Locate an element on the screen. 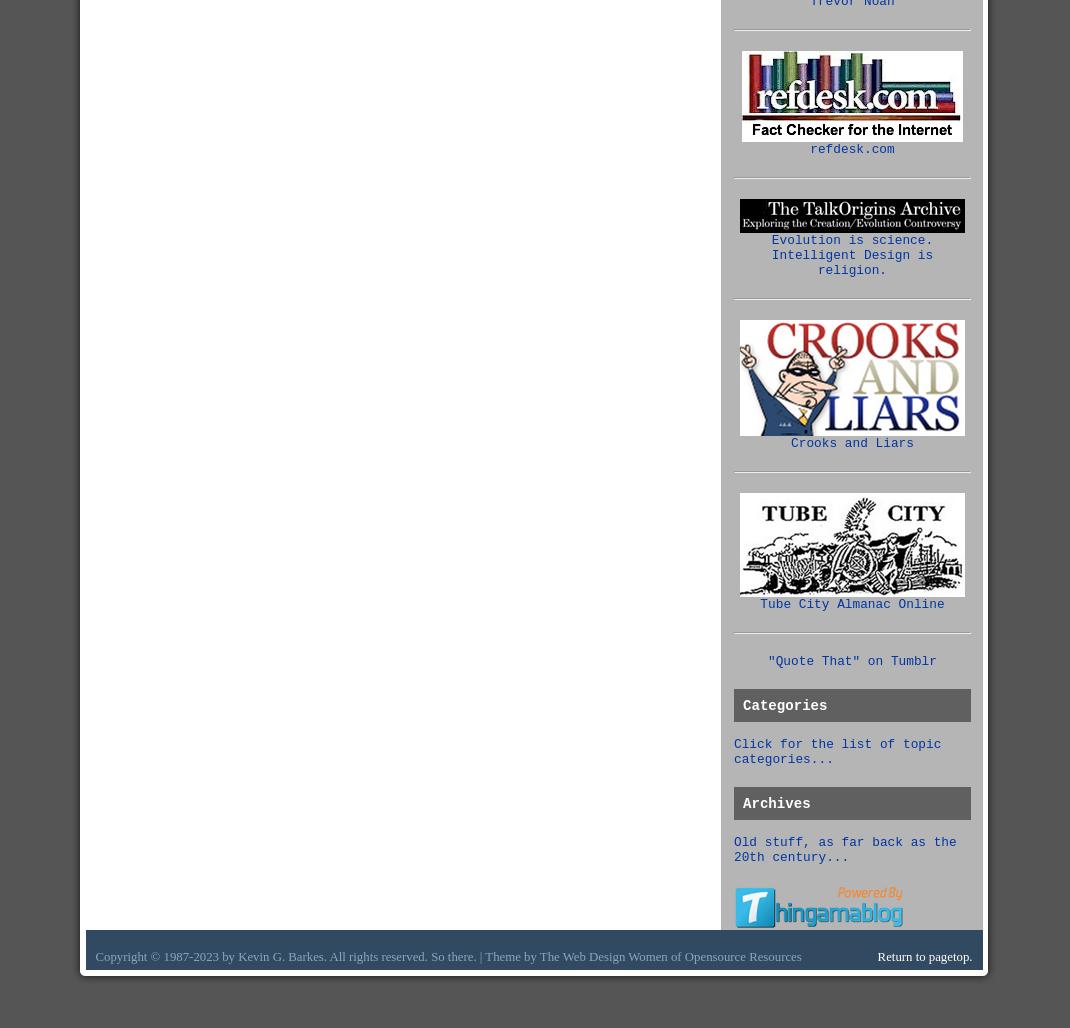  'Copyright © 1987-2023 by Kevin G. Barkes.
All rights reserved.
So there. | Theme by
The' is located at coordinates (328, 956).